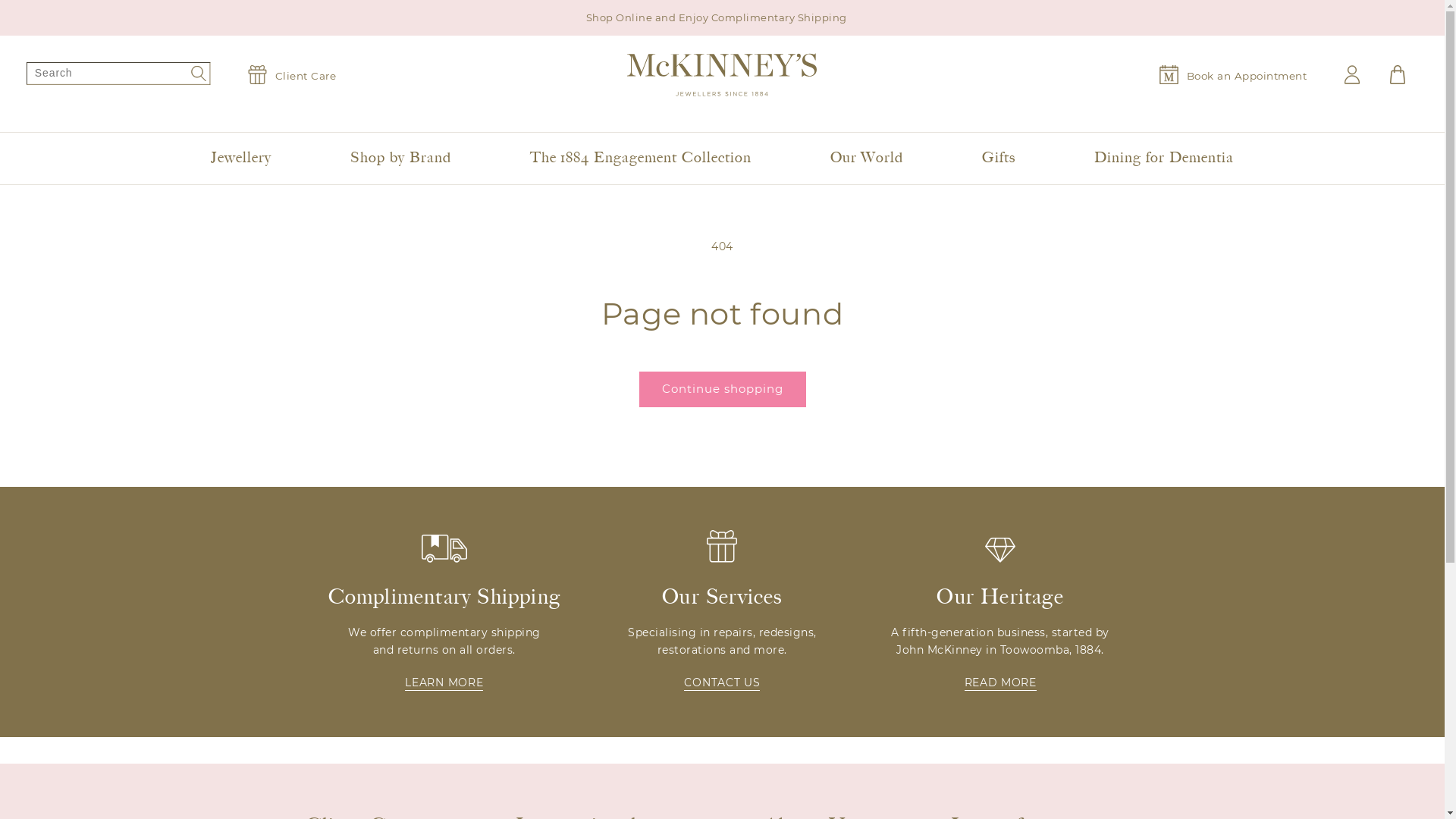 This screenshot has width=1456, height=819. Describe the element at coordinates (1163, 158) in the screenshot. I see `'Dining for Dementia'` at that location.